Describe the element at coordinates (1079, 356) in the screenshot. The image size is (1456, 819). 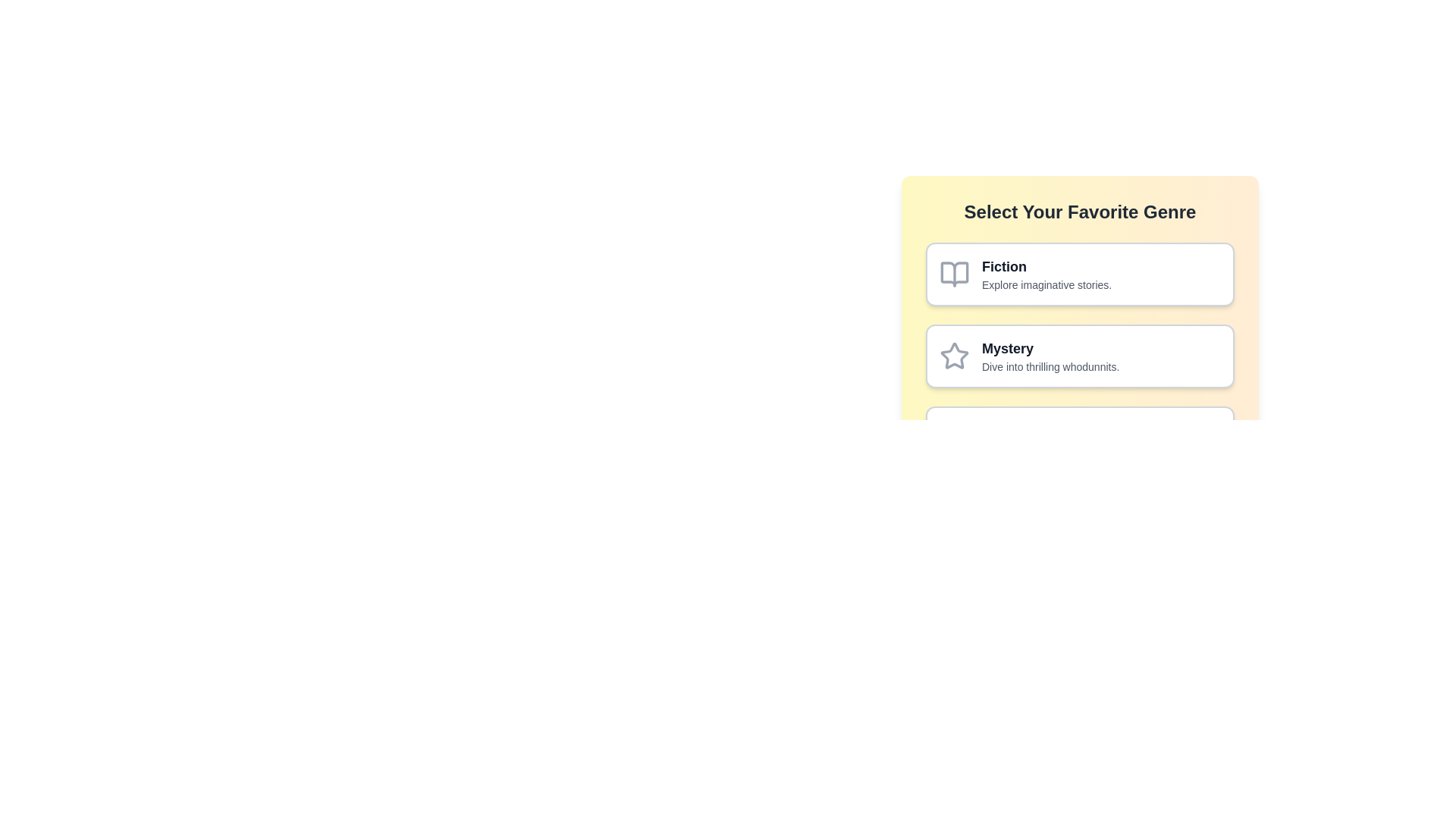
I see `to select the 'Mystery' genre option, which is the second item in the list of genres` at that location.